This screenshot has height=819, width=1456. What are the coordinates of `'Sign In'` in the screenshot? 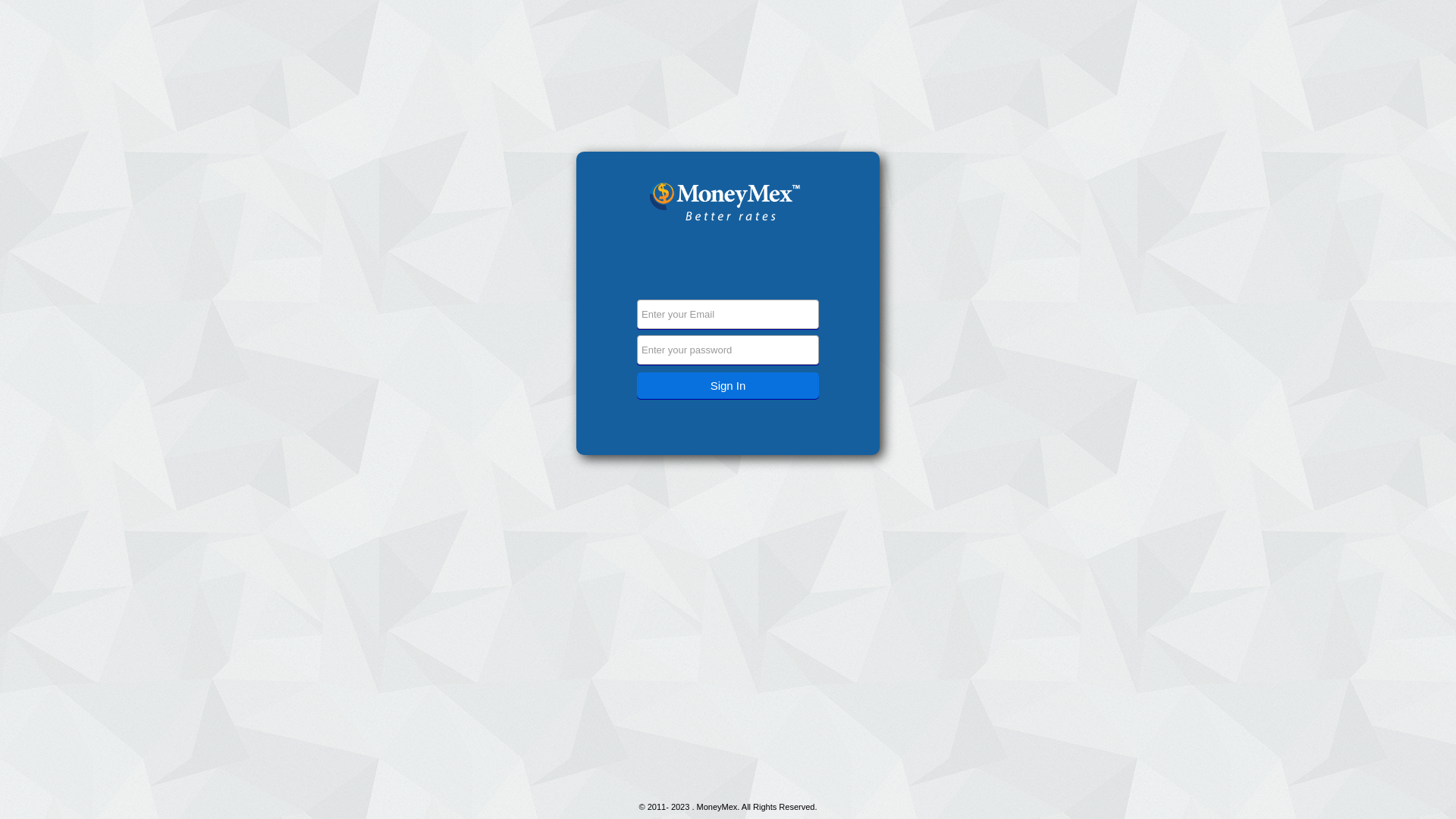 It's located at (728, 384).